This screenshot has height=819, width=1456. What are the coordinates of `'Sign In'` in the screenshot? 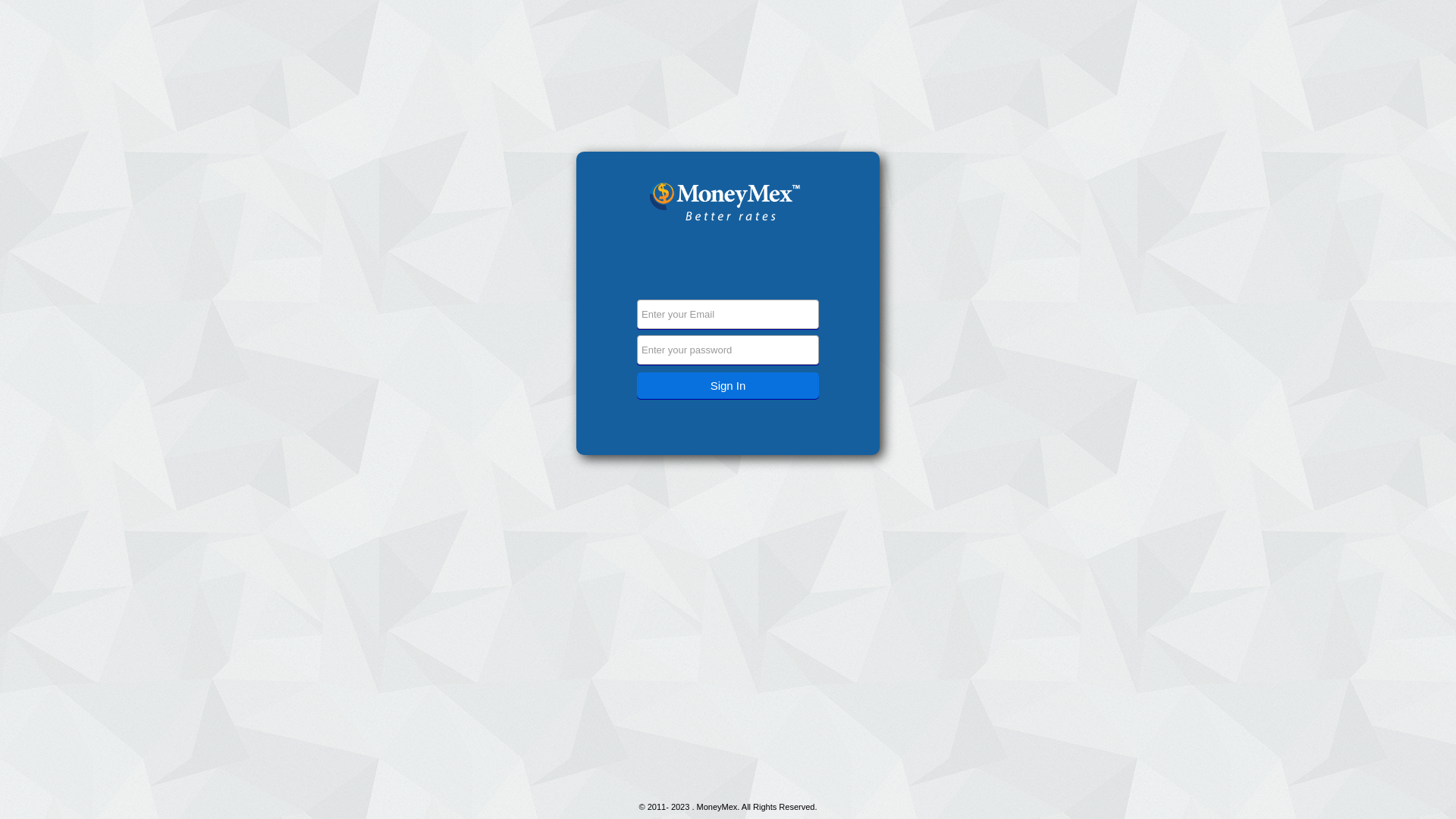 It's located at (728, 384).